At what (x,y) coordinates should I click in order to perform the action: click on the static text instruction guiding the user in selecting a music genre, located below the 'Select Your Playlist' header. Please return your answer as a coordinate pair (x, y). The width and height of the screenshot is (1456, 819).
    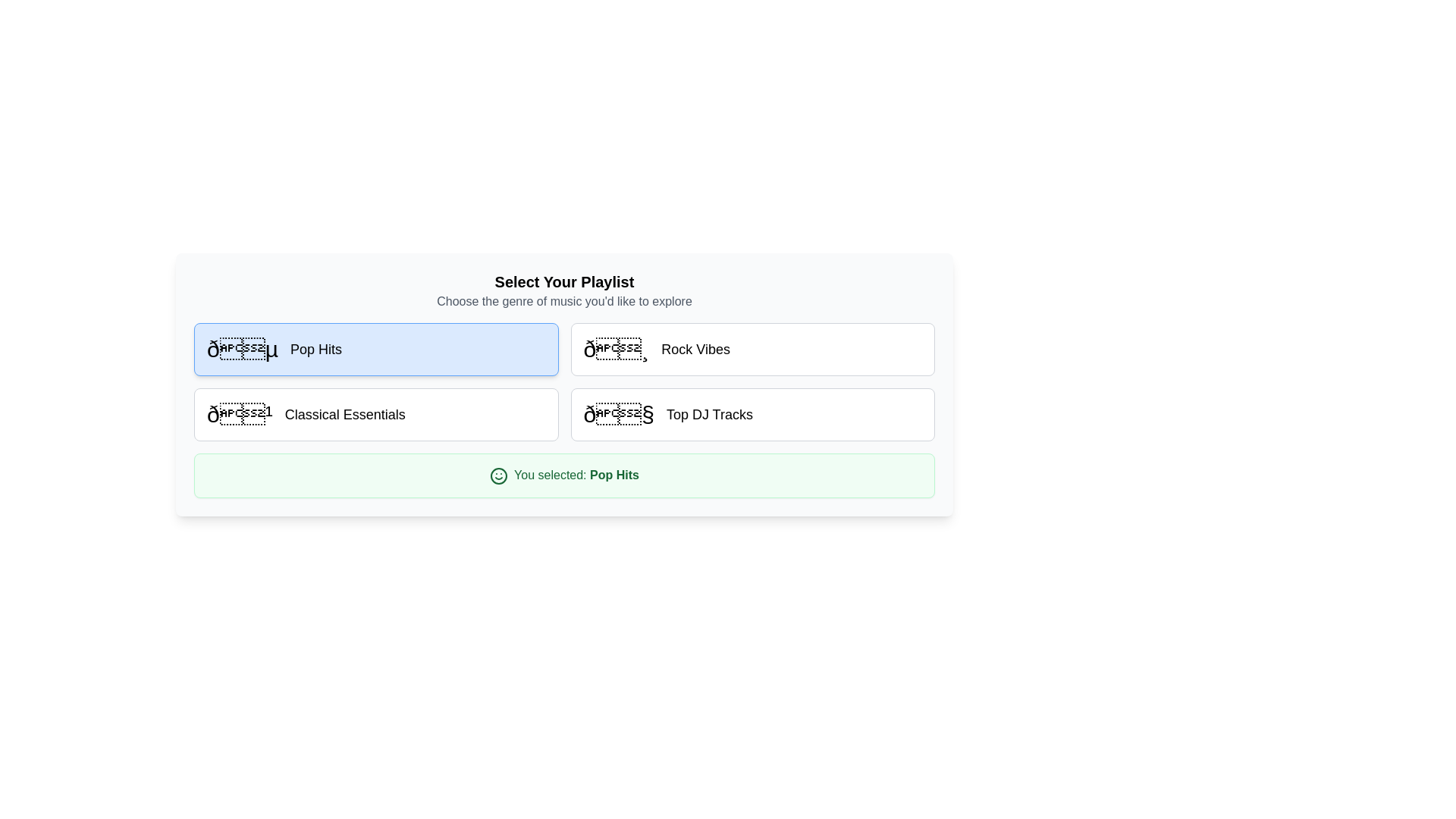
    Looking at the image, I should click on (563, 301).